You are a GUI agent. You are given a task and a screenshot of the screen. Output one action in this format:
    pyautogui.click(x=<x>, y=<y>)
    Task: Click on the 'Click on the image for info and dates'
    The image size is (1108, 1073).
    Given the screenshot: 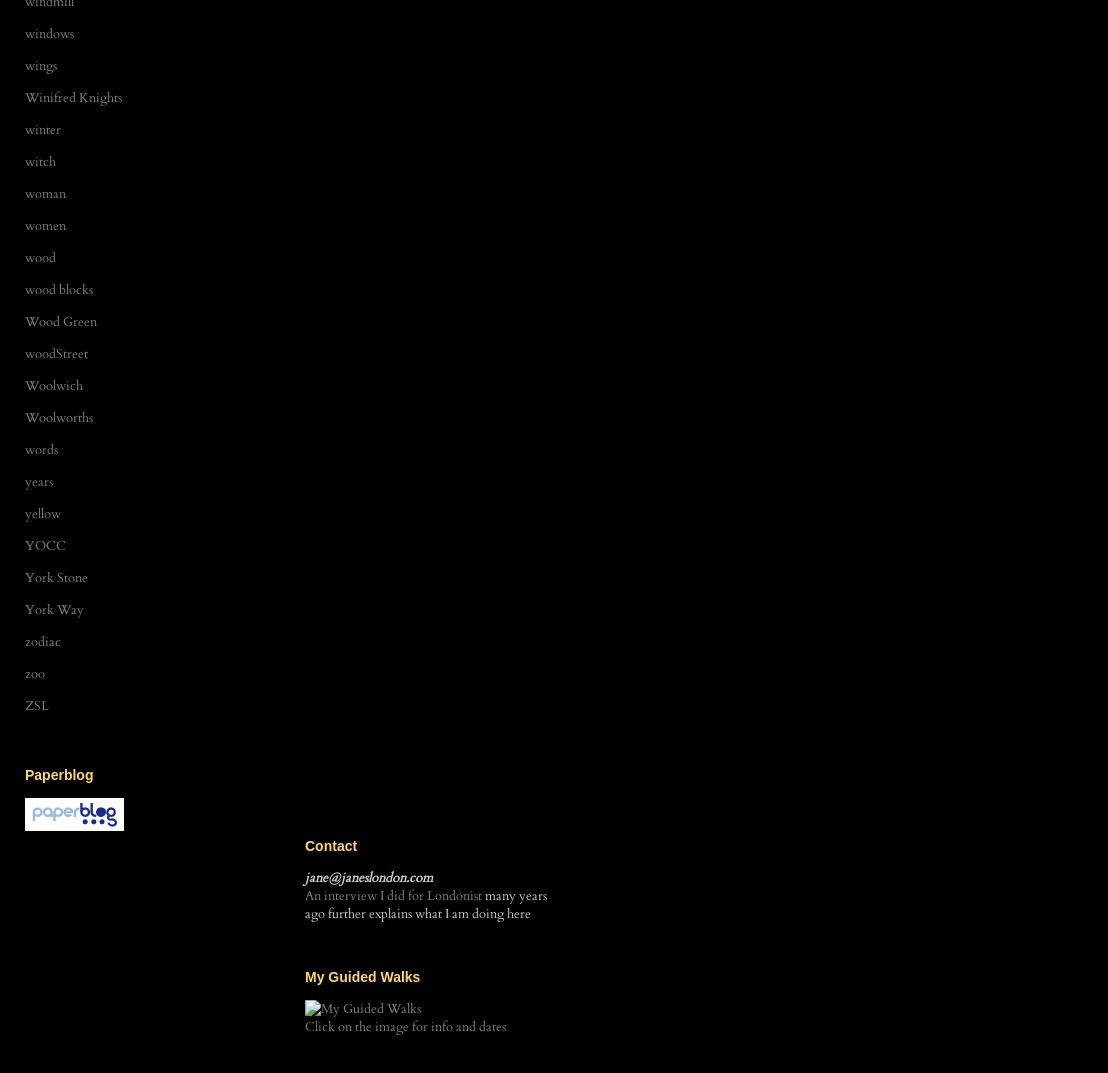 What is the action you would take?
    pyautogui.click(x=405, y=1026)
    